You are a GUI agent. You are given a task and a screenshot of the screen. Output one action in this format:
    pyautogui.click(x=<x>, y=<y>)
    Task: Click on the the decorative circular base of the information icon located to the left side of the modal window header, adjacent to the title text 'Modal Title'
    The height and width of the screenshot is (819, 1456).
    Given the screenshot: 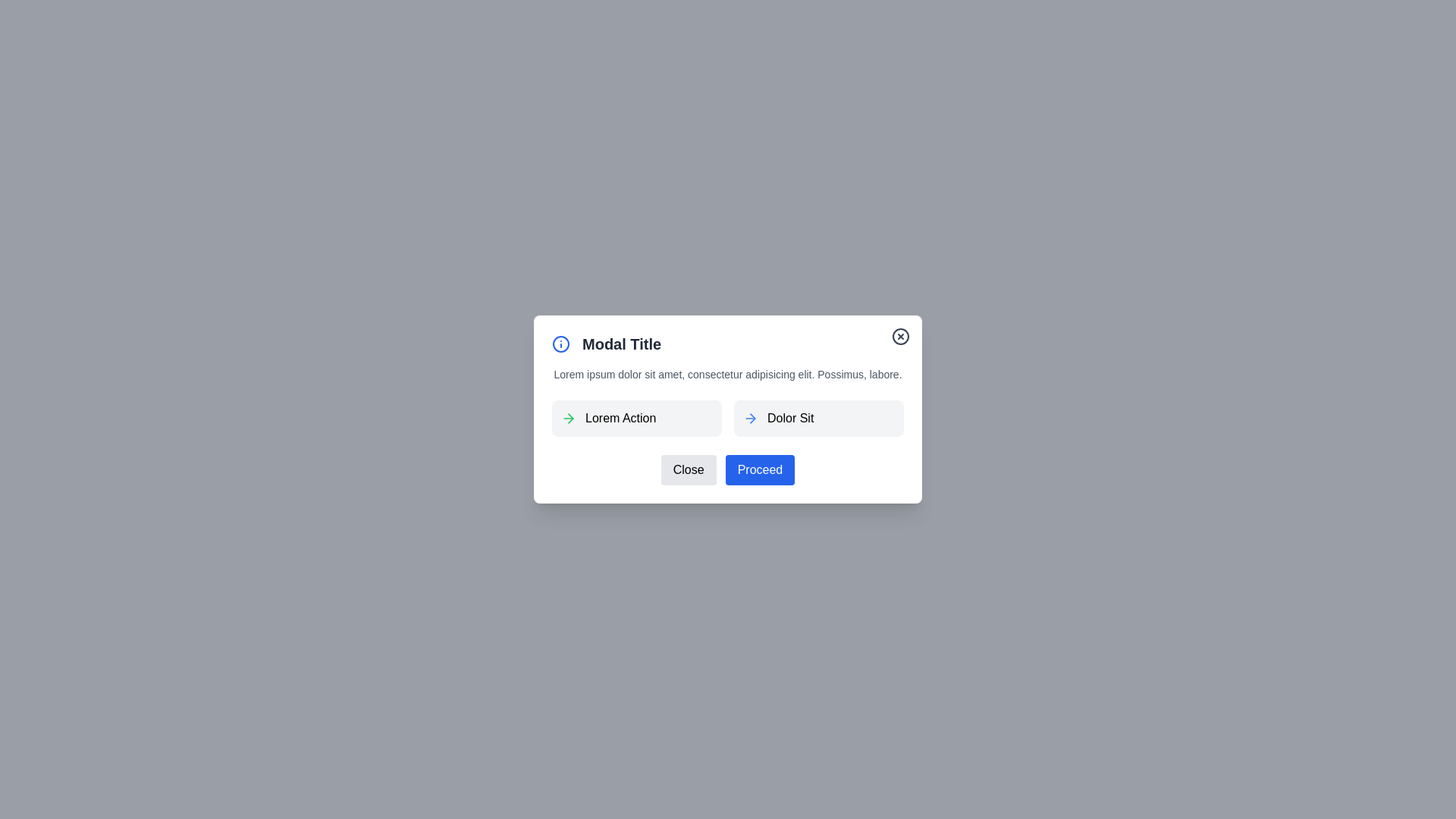 What is the action you would take?
    pyautogui.click(x=560, y=344)
    